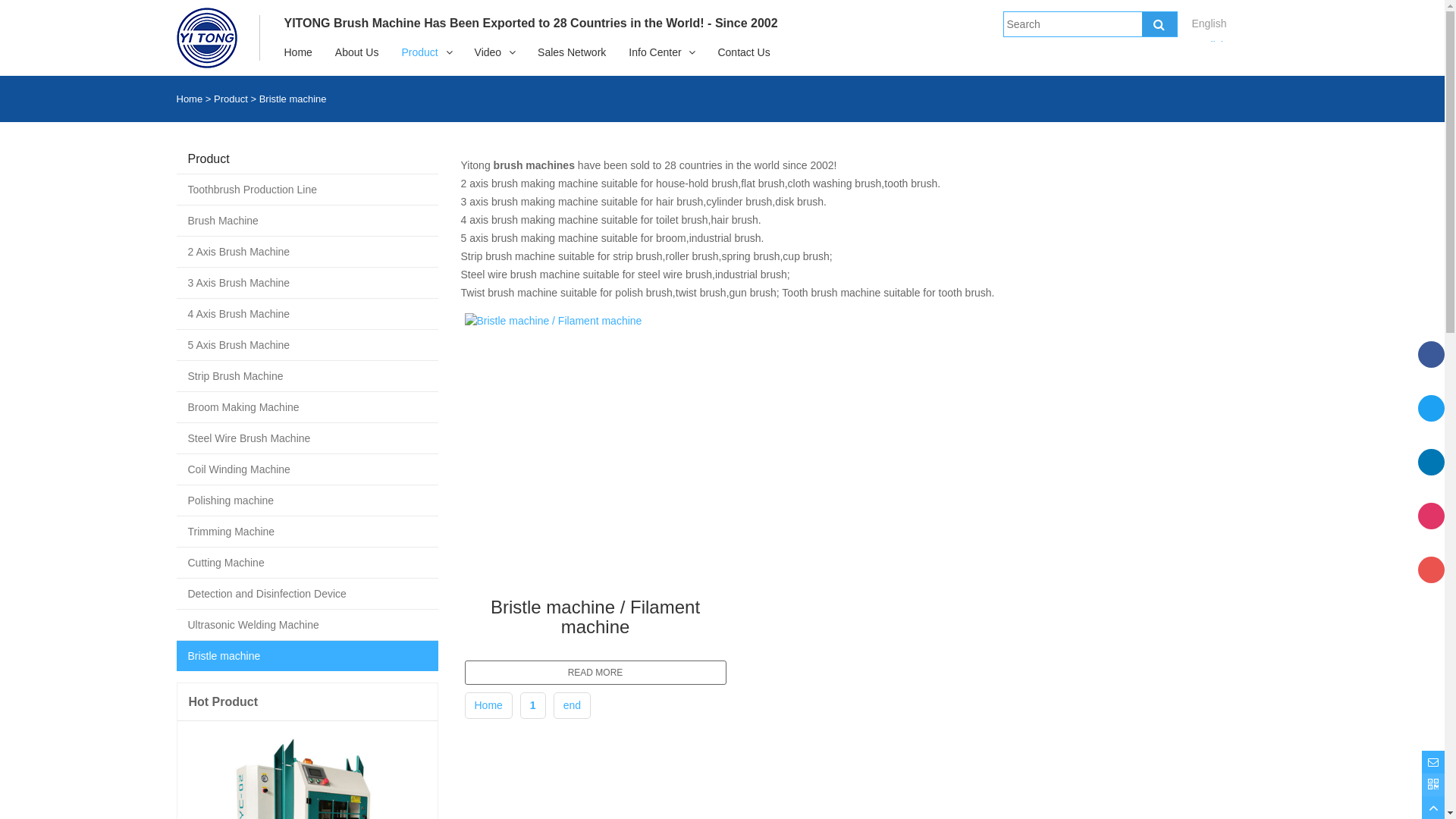  Describe the element at coordinates (743, 52) in the screenshot. I see `'Contact Us'` at that location.